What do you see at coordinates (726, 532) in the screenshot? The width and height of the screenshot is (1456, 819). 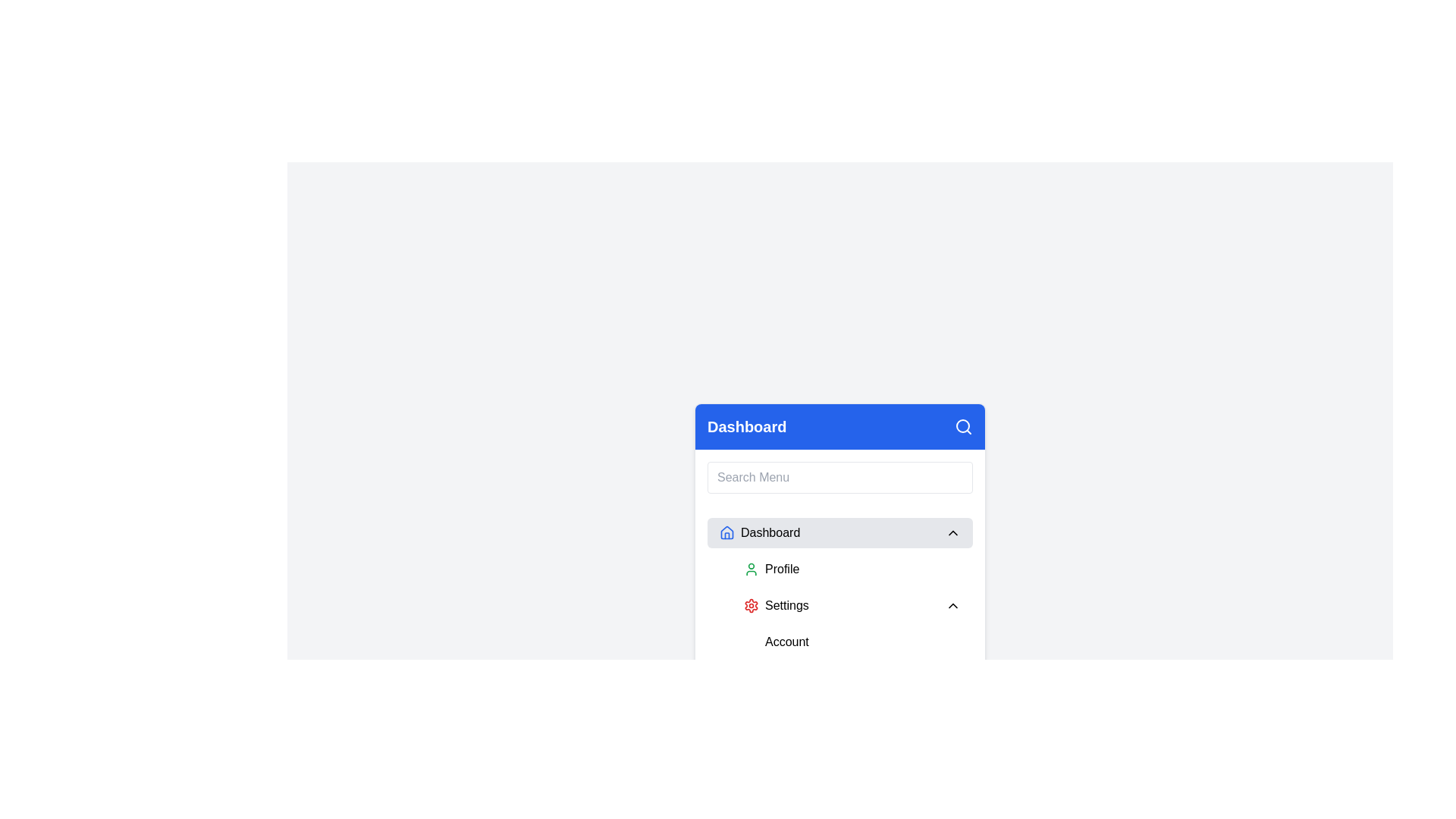 I see `the house icon with a blue outline located next to the text 'Dashboard' for navigation` at bounding box center [726, 532].